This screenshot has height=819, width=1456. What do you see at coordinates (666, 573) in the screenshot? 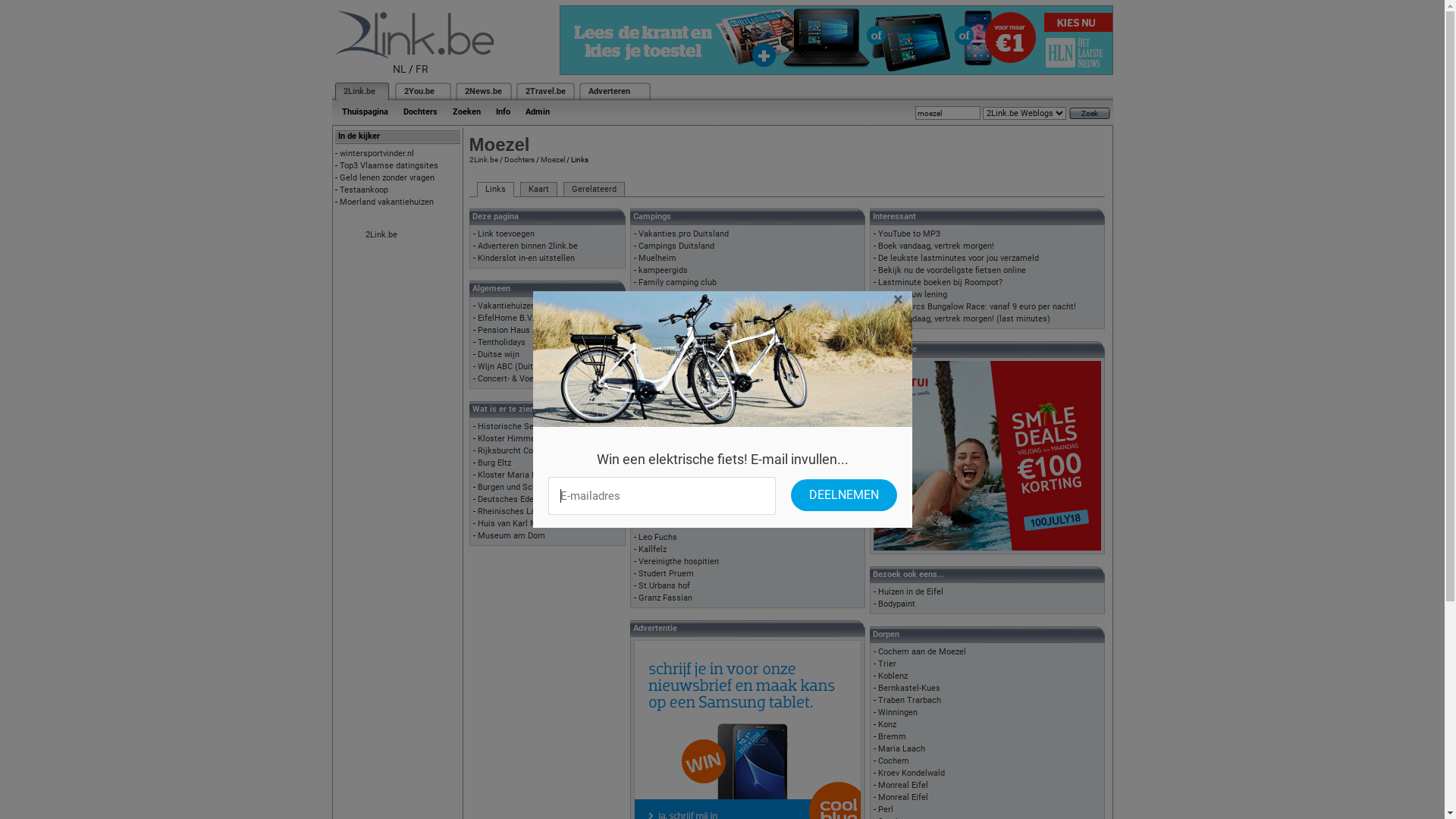
I see `'Studert Pruem'` at bounding box center [666, 573].